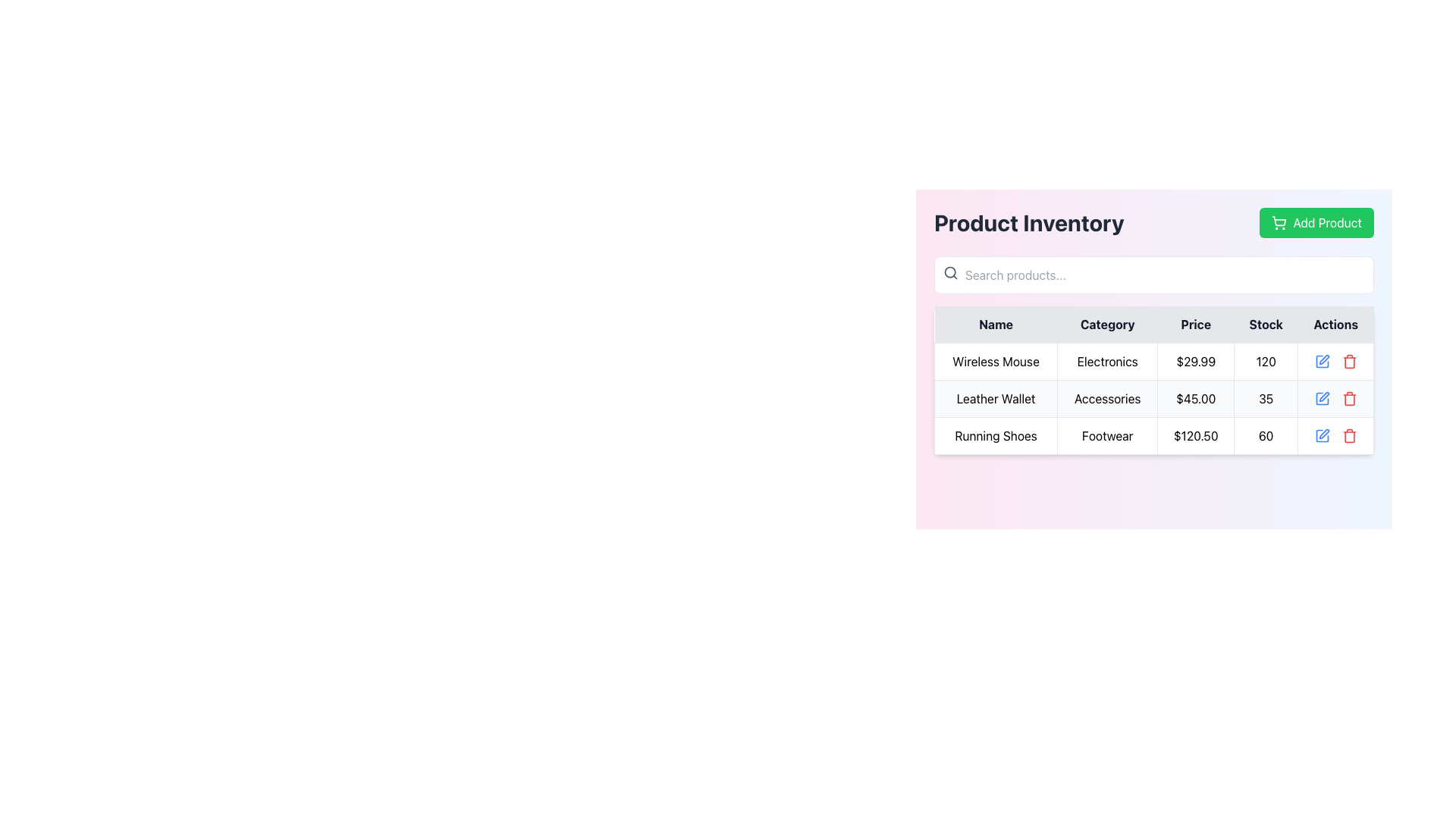  I want to click on the non-interactive text label that represents the category classification of the 'Wireless Mouse' product in the 'Product Inventory' interface, specifically located in the second cell of the 'Category' column, so click(1107, 362).